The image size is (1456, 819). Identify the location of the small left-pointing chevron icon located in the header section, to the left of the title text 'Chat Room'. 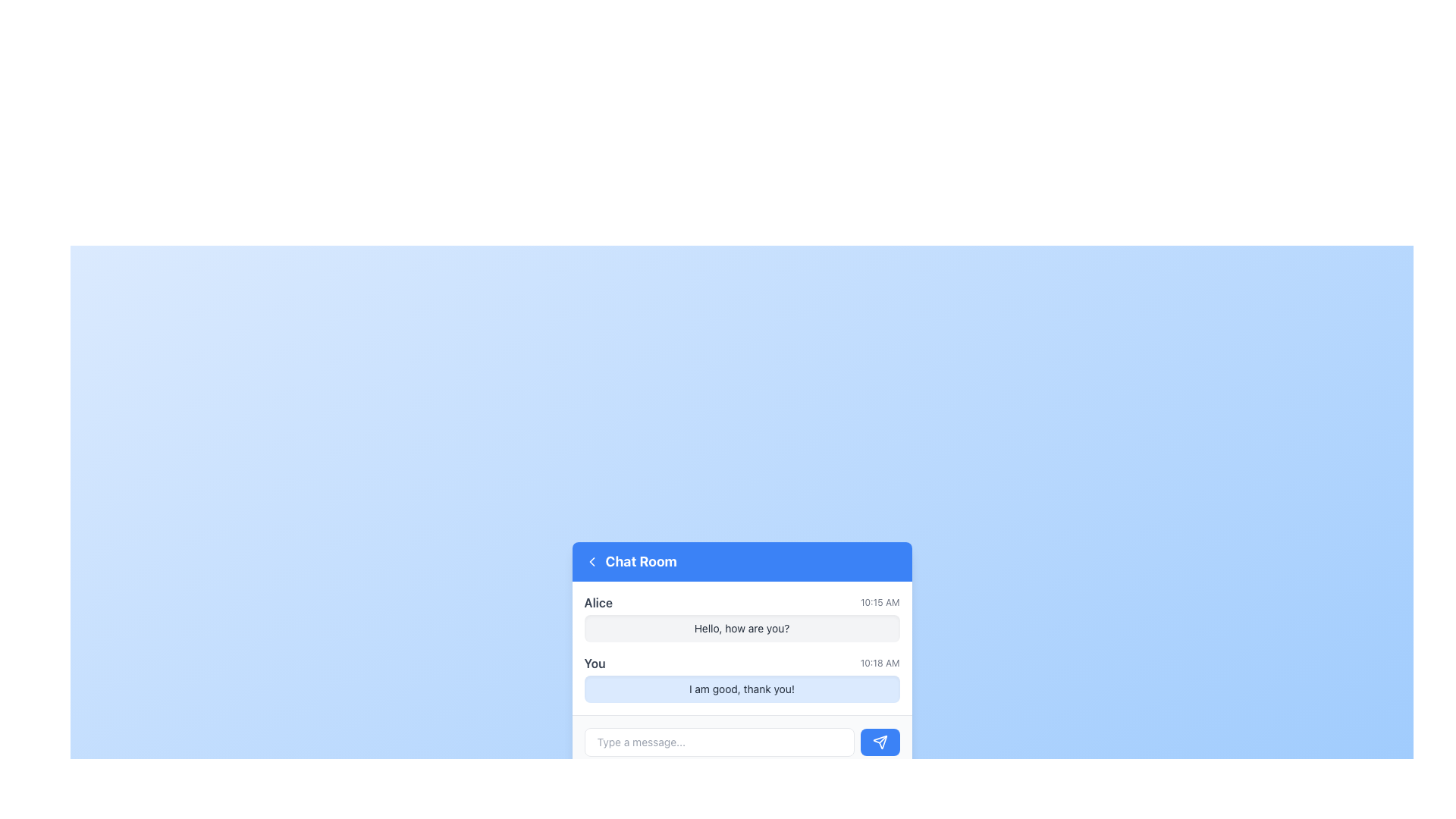
(591, 561).